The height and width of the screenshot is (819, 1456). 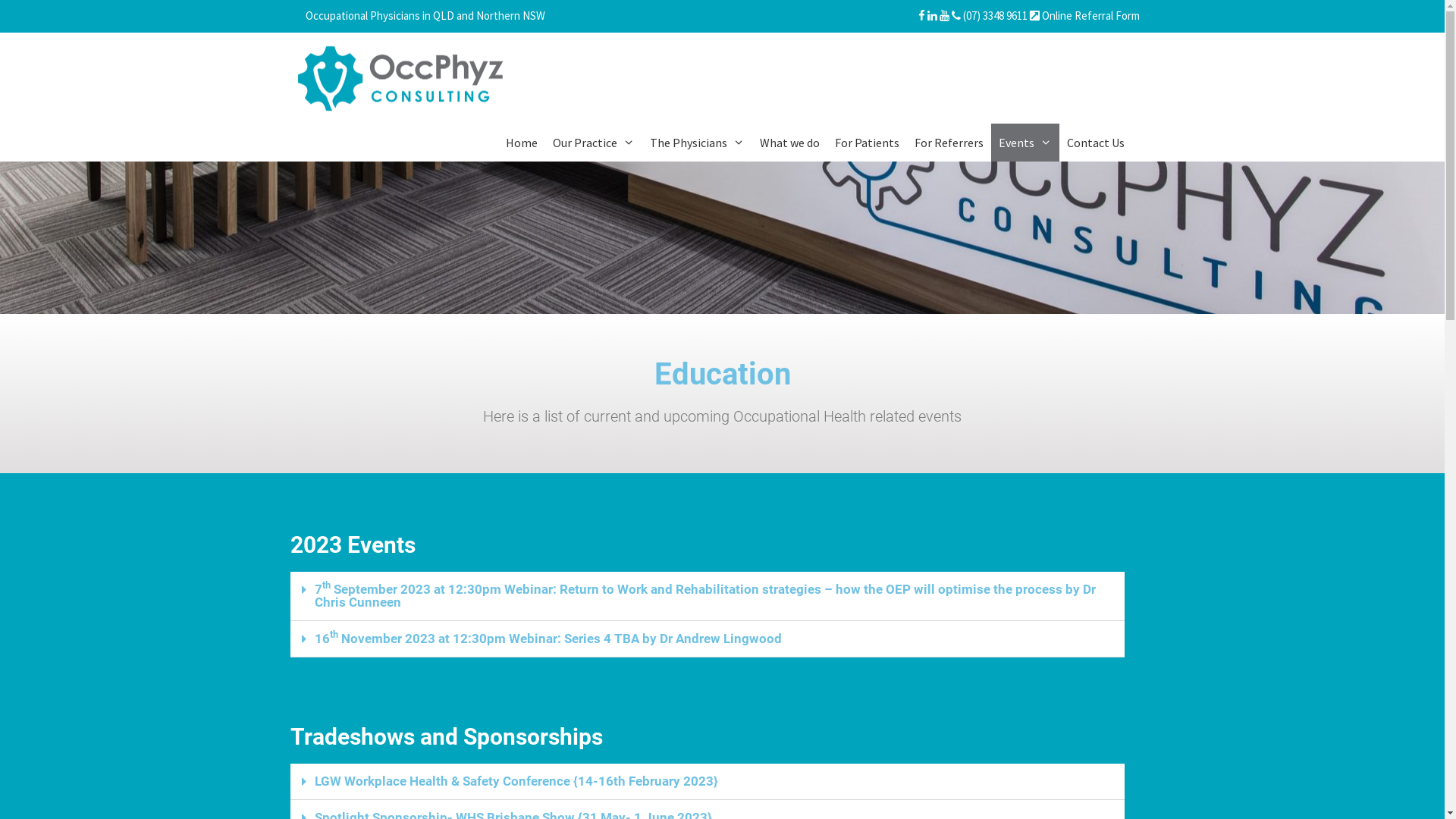 I want to click on 'What we do', so click(x=789, y=143).